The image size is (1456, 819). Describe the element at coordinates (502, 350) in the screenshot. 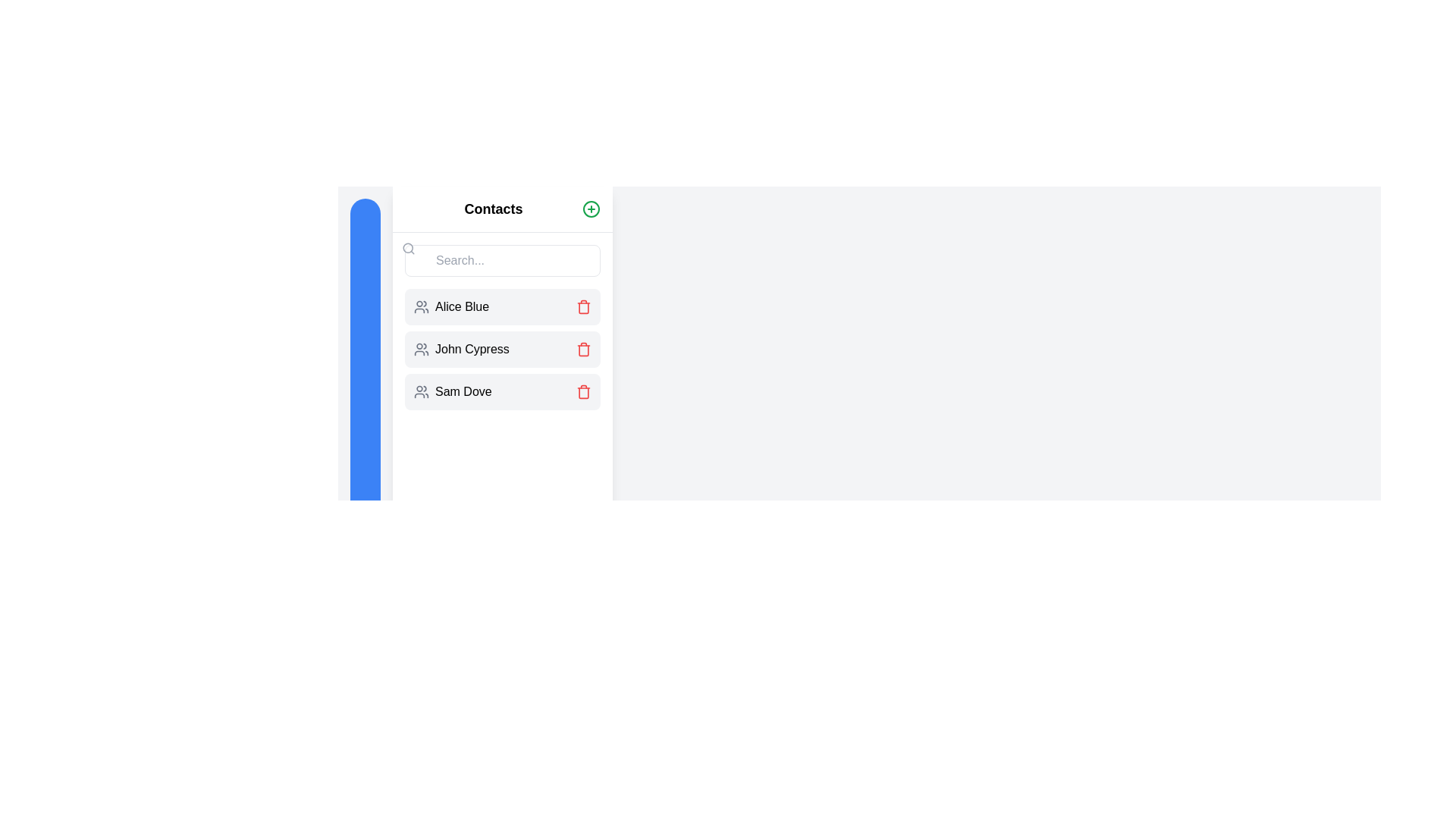

I see `the second list item representing the contact 'John Cypress'` at that location.